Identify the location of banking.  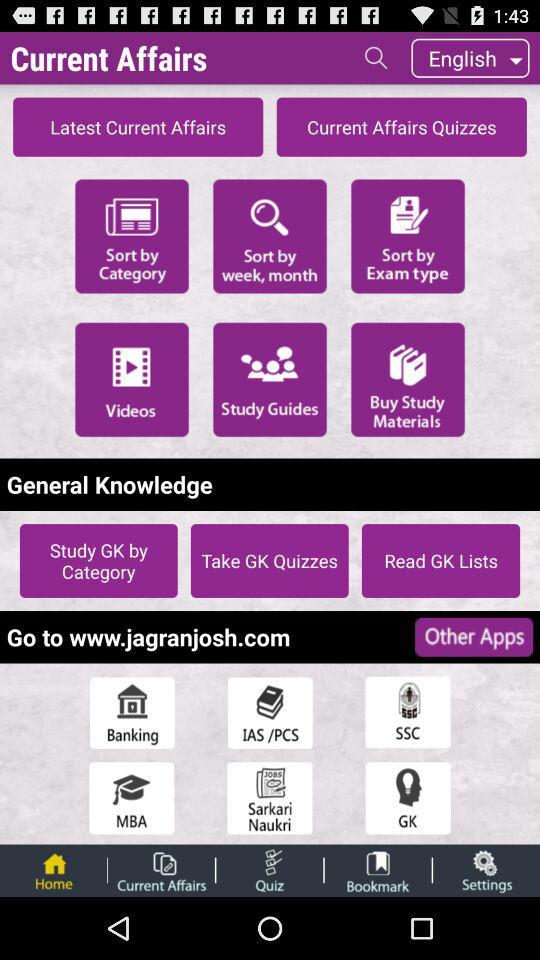
(131, 712).